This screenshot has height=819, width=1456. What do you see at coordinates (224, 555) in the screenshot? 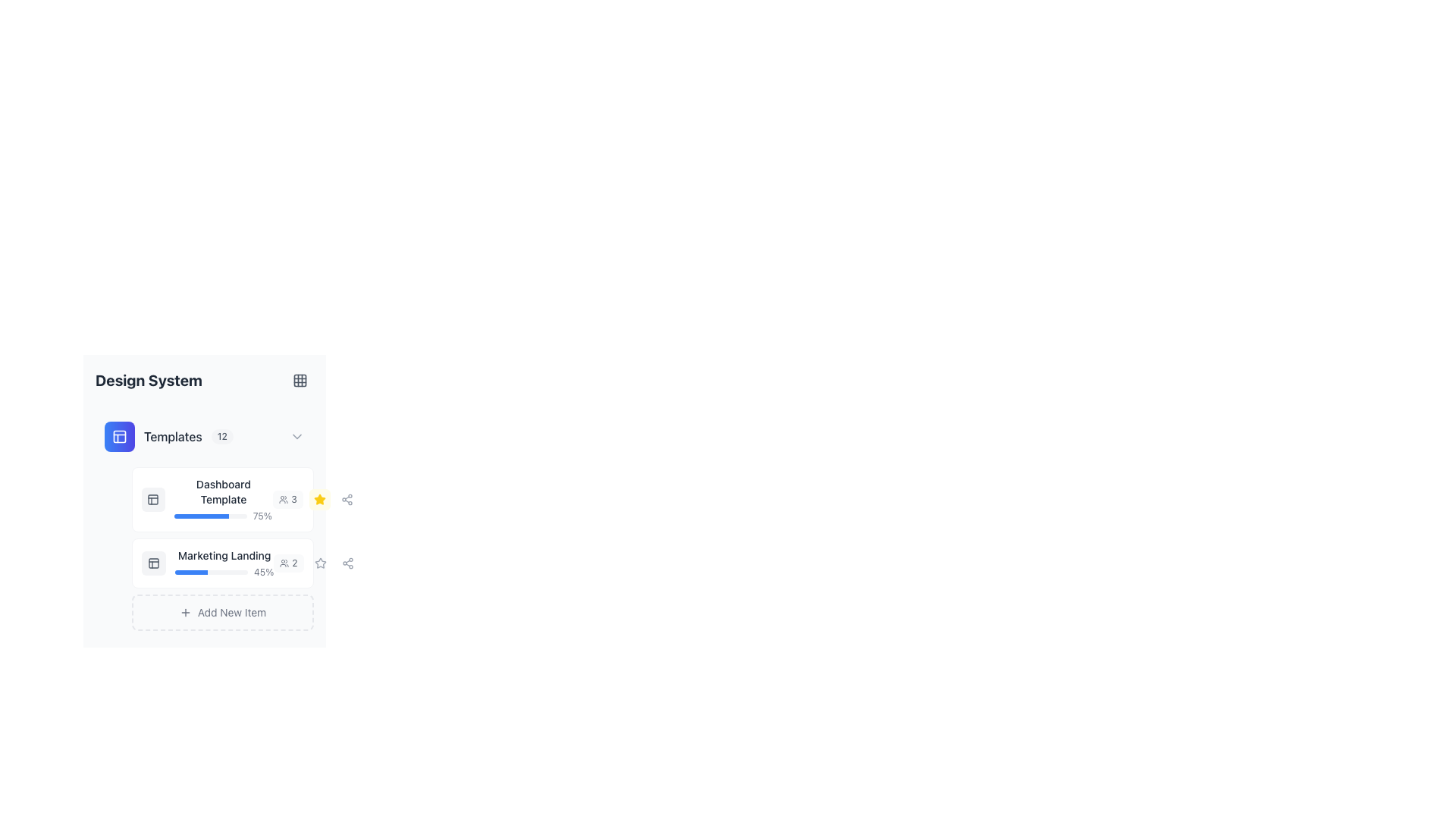
I see `text label displaying 'Marketing Landing' located in the 'Templates' section of the interface to identify the template` at bounding box center [224, 555].